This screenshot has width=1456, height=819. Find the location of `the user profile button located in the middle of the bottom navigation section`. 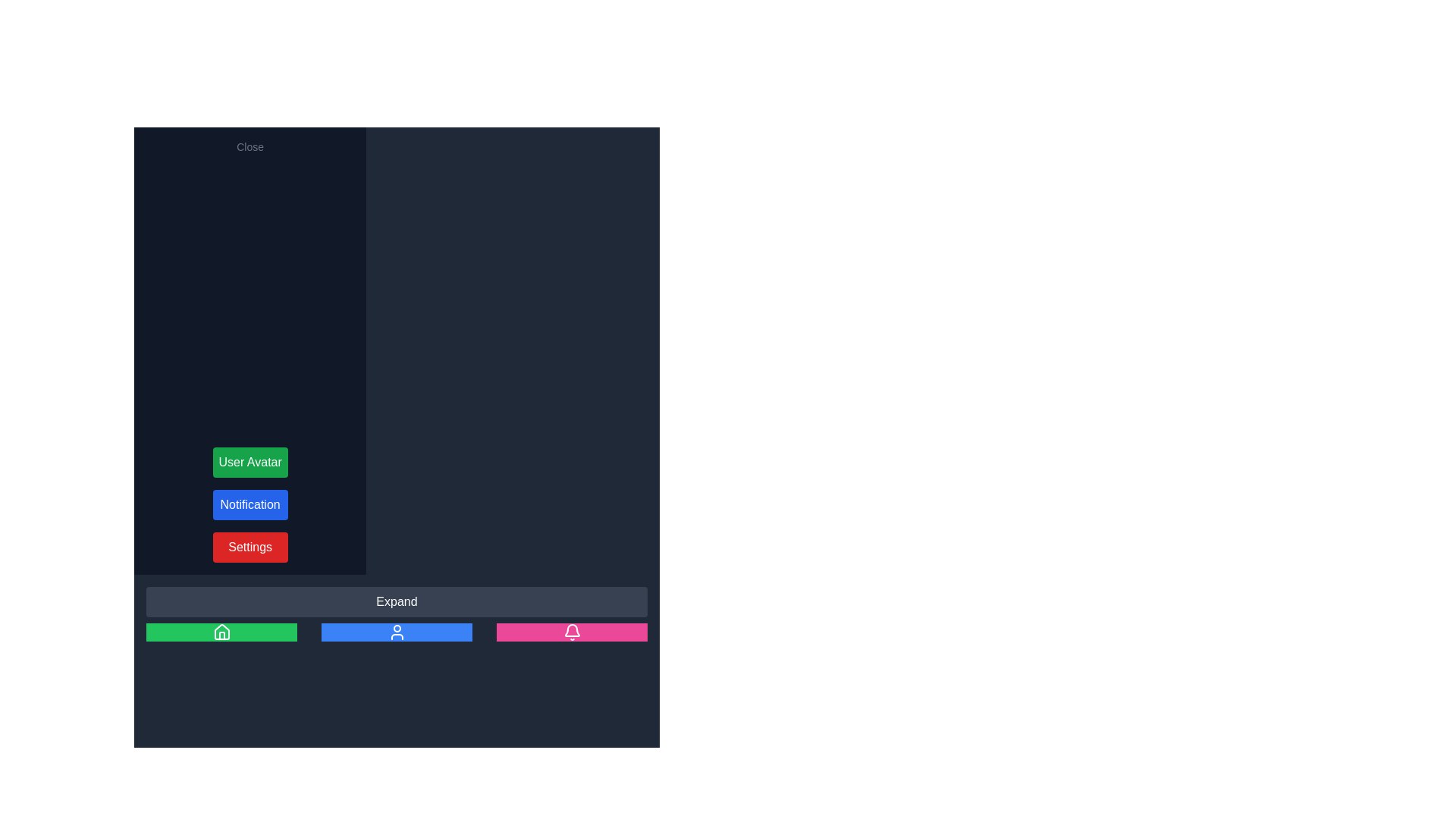

the user profile button located in the middle of the bottom navigation section is located at coordinates (397, 632).